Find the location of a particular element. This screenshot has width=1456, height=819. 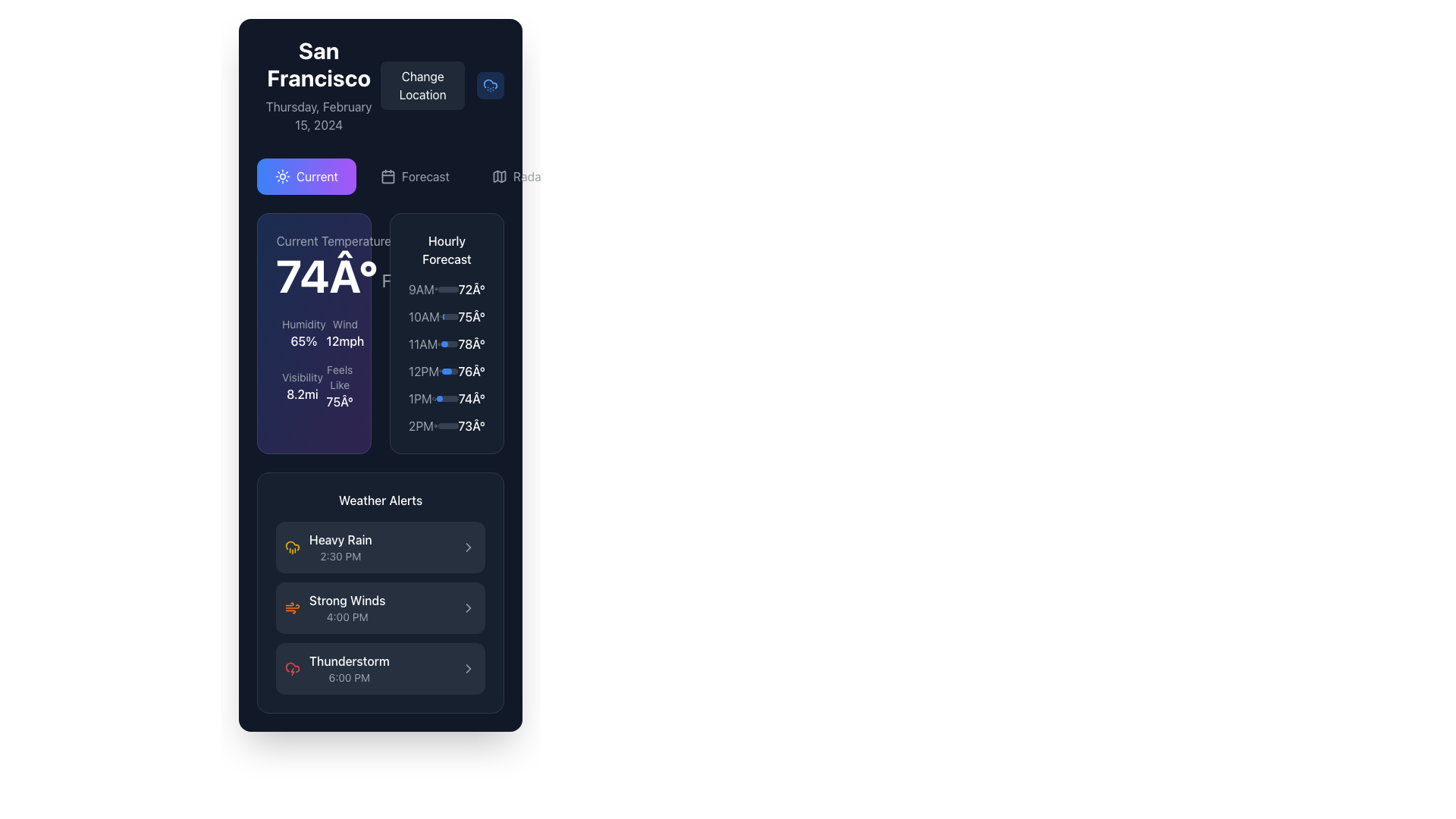

temperature value displayed in the 'Feels Like' section, which shows '75Â°' in a larger white font is located at coordinates (335, 385).